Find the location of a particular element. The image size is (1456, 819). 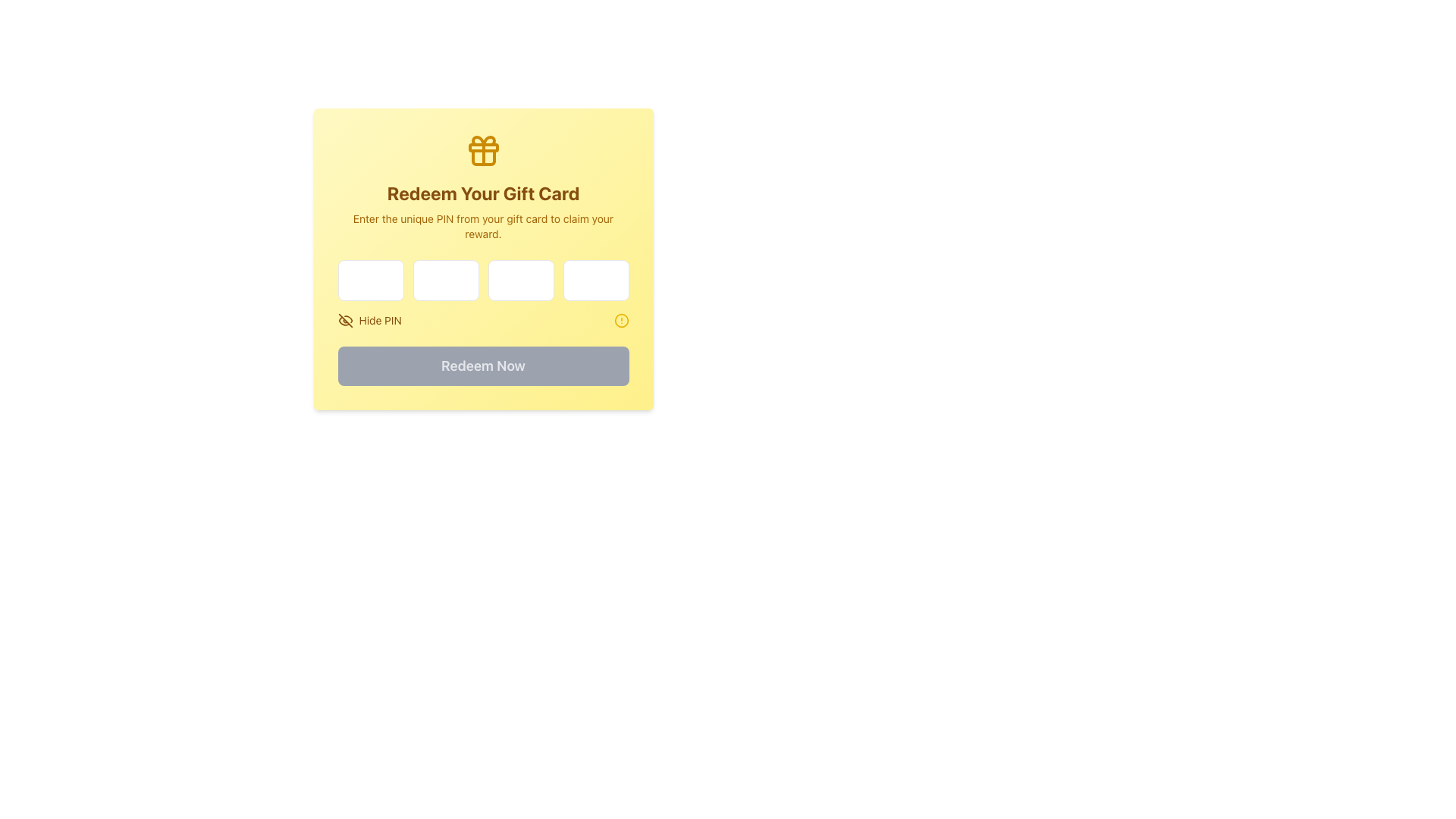

the 'Hide PIN' button, which is a text-based UI component with an eye icon and bold text, located below the PIN input fields and to the left of the 'Redeem Now' button is located at coordinates (369, 320).